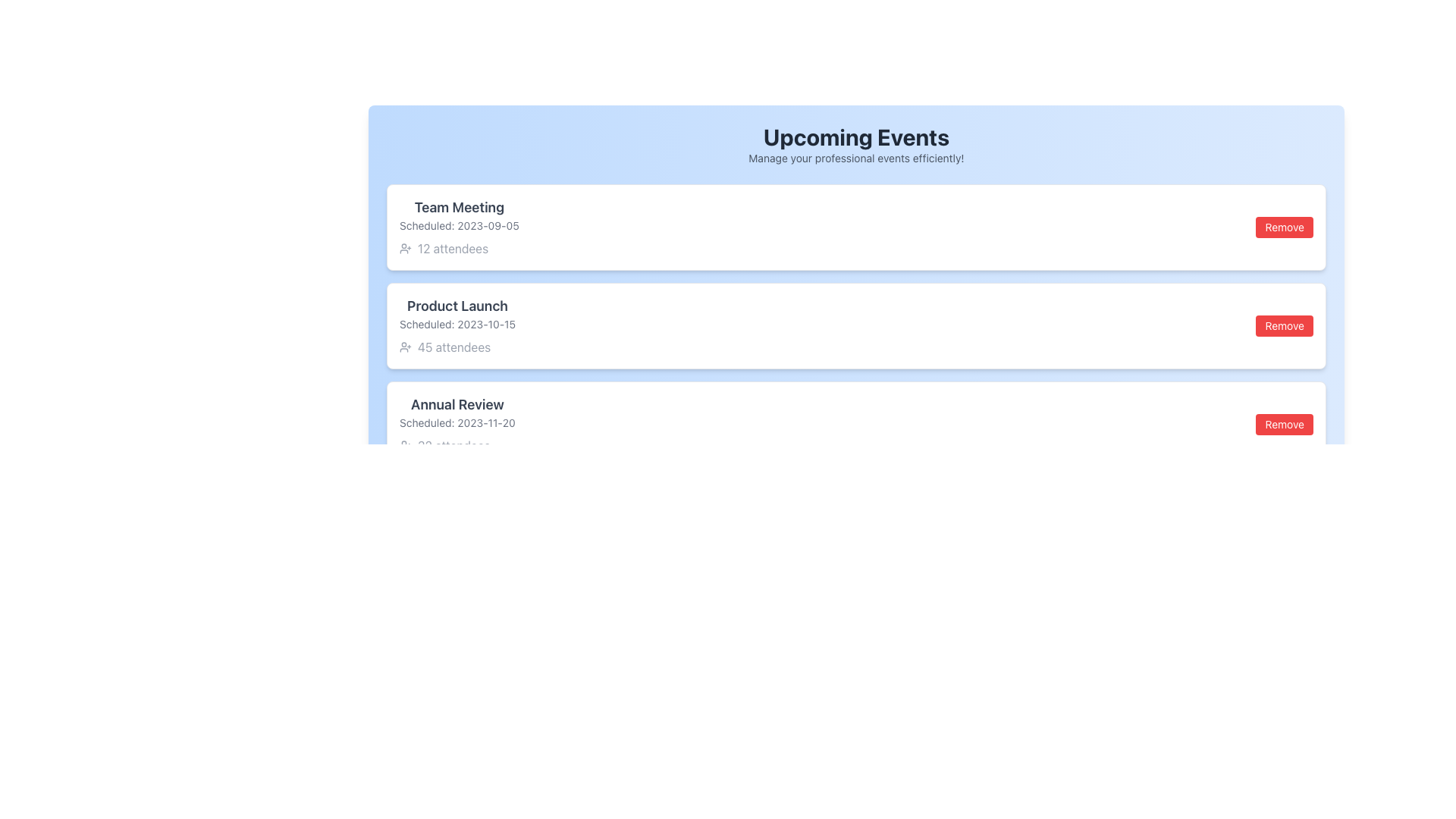  What do you see at coordinates (457, 424) in the screenshot?
I see `details from the Informational Block displaying event information located in the third row beneath the 'Upcoming Events' header, positioned between 'Product Launch' and the 'Remove' button` at bounding box center [457, 424].